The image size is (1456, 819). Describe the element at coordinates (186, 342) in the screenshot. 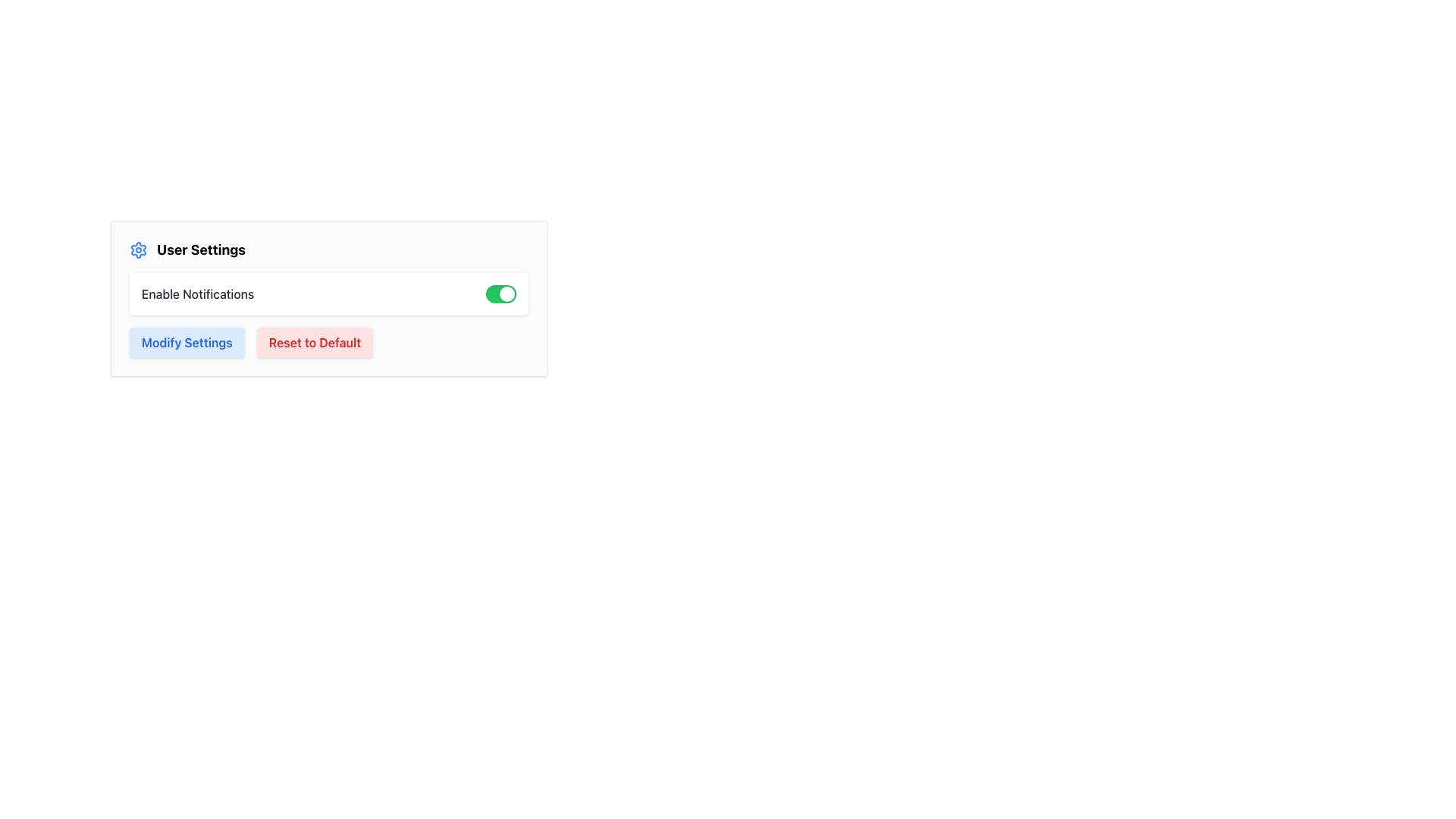

I see `the 'Modify Settings' button, which is a rectangular button with bold blue text on a light blue background` at that location.